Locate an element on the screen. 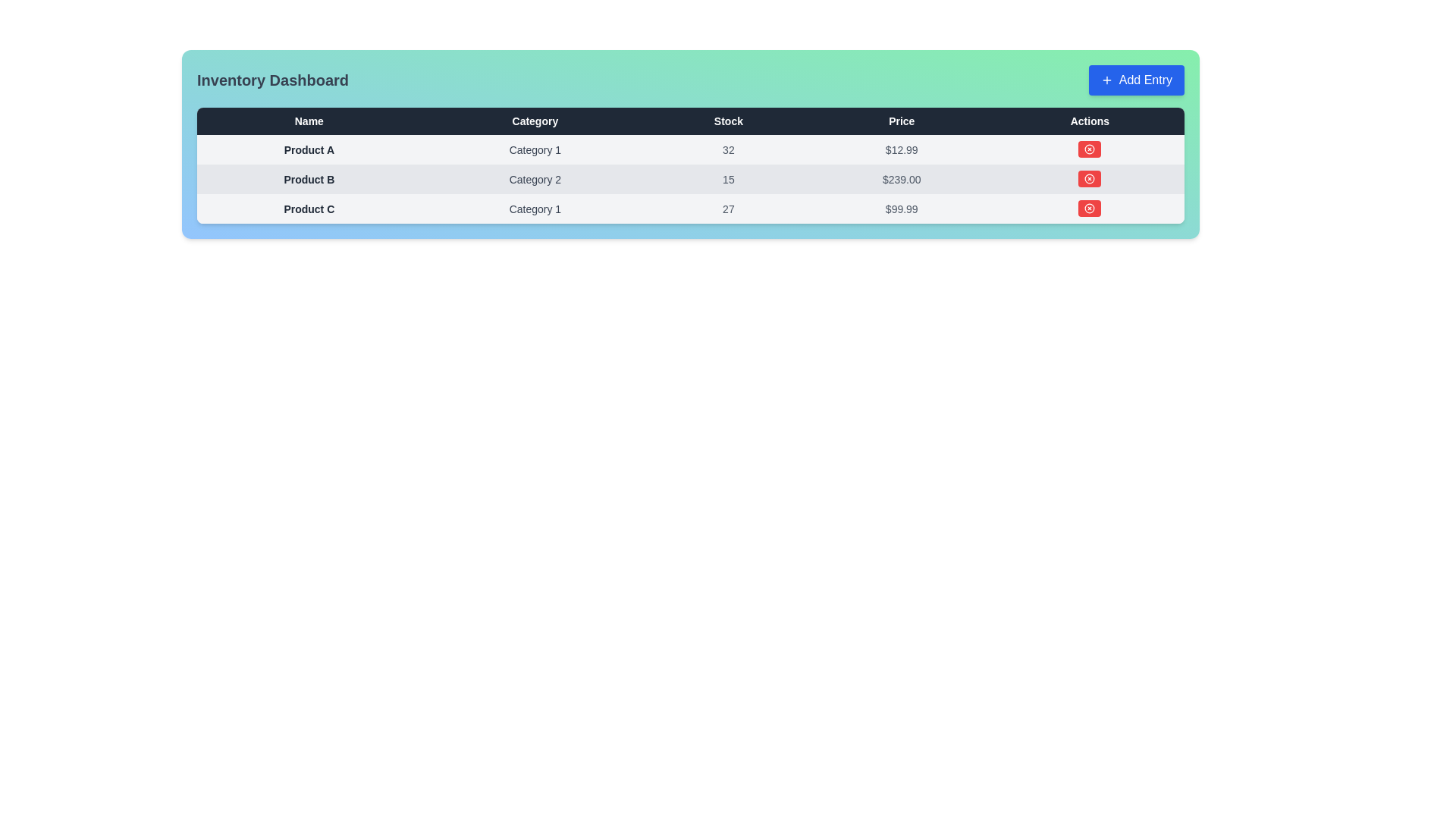  the small red button with a white 'X' icon located in the second row of the 'Actions' column is located at coordinates (1089, 177).